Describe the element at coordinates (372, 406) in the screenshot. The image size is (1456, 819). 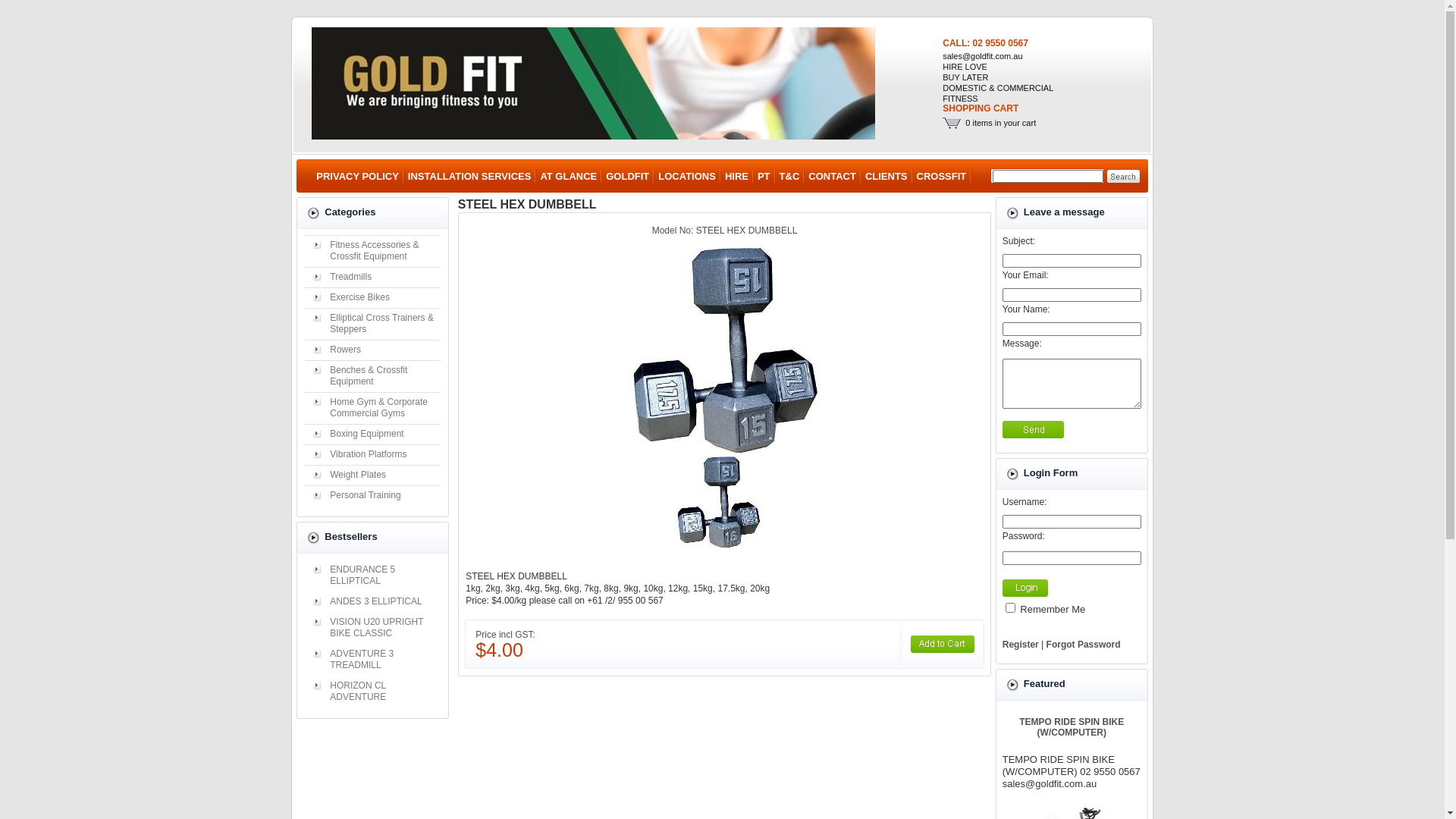
I see `'Home Gym & Corporate Commercial Gyms'` at that location.